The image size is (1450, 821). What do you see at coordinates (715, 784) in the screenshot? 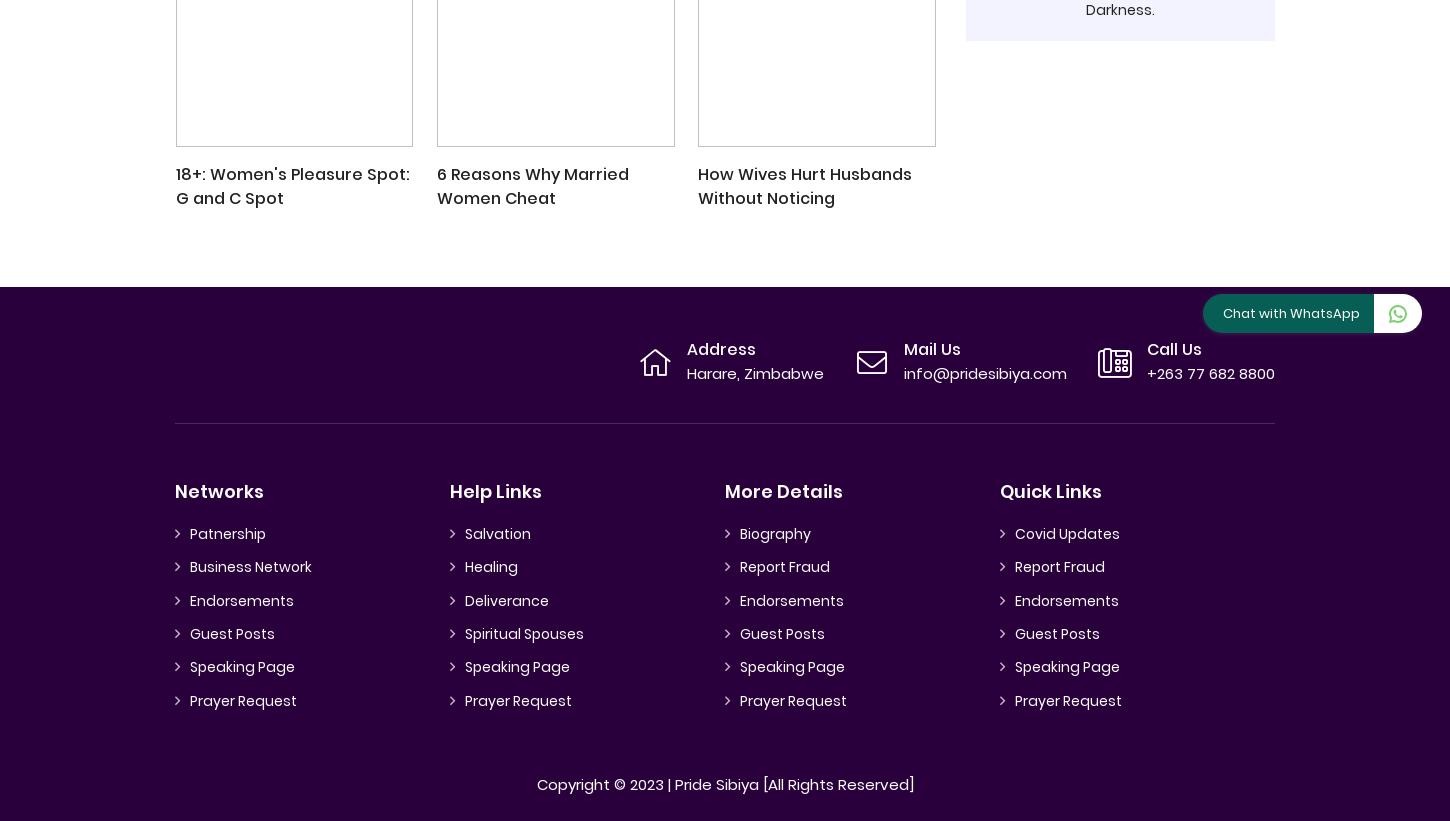
I see `'Pride Sibiya'` at bounding box center [715, 784].